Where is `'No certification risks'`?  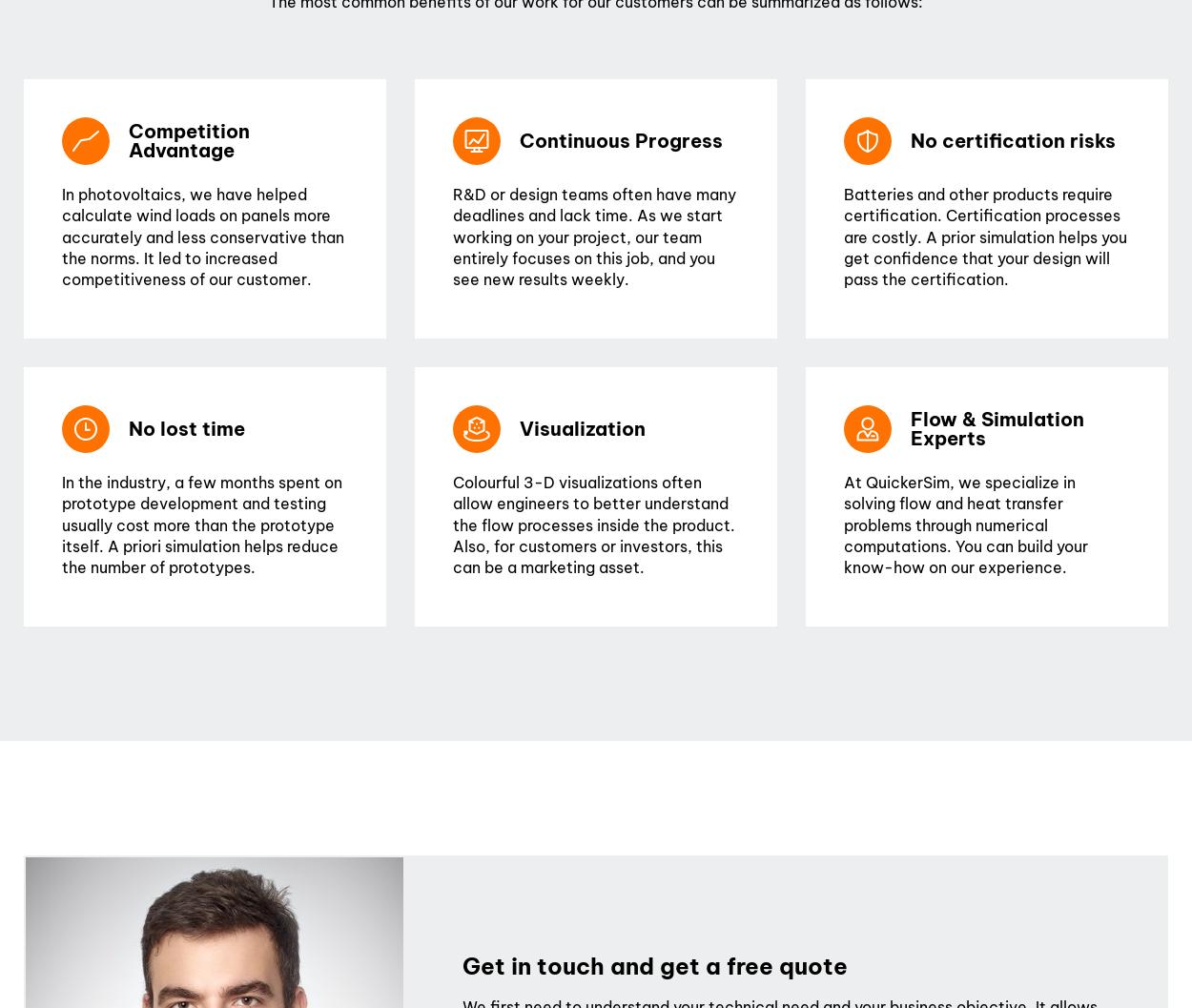
'No certification risks' is located at coordinates (1013, 138).